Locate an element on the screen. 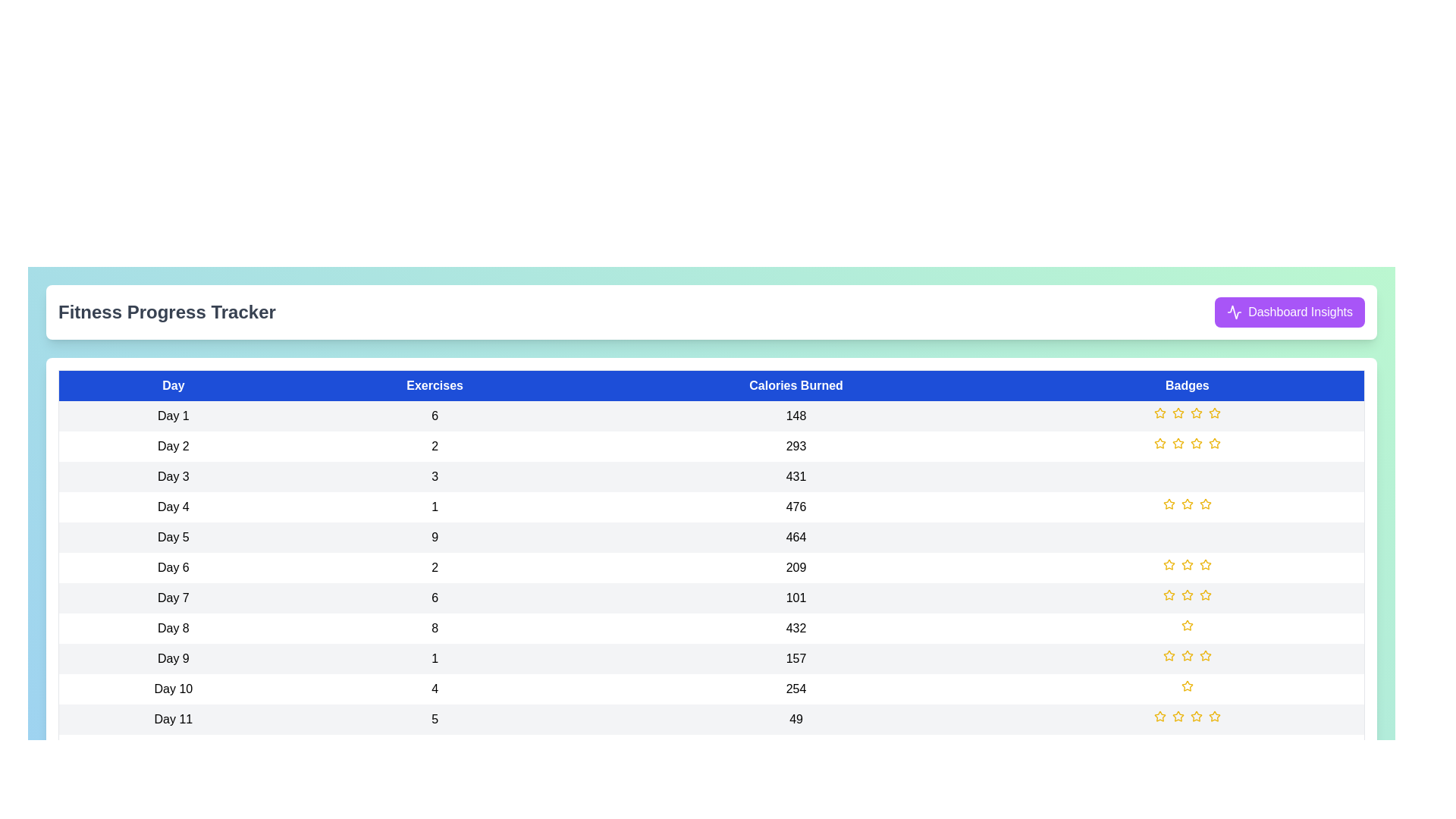 The height and width of the screenshot is (819, 1456). the text 'Fitness Progress Tracker' in the header is located at coordinates (167, 312).